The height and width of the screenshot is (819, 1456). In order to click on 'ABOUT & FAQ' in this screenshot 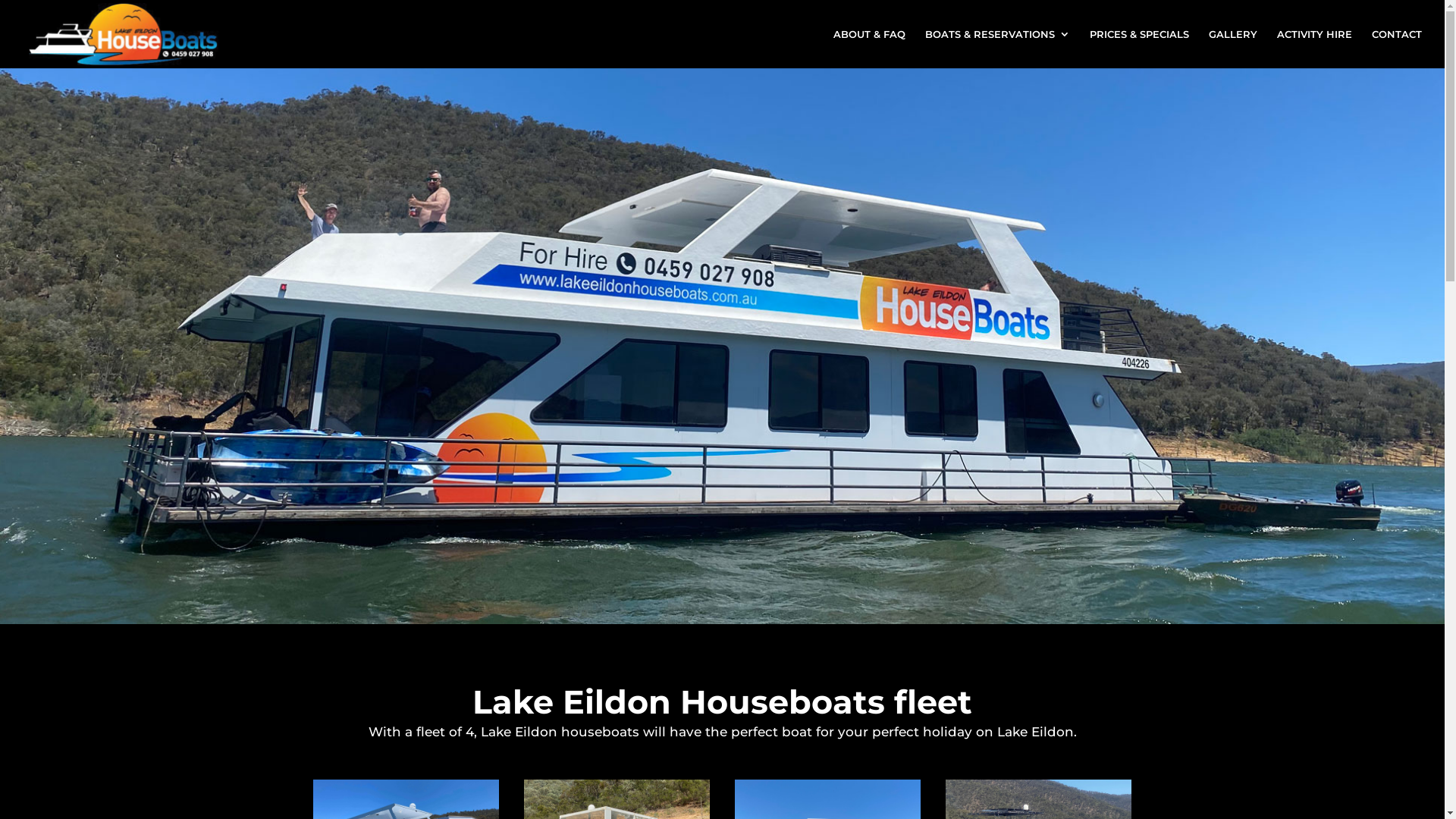, I will do `click(869, 48)`.